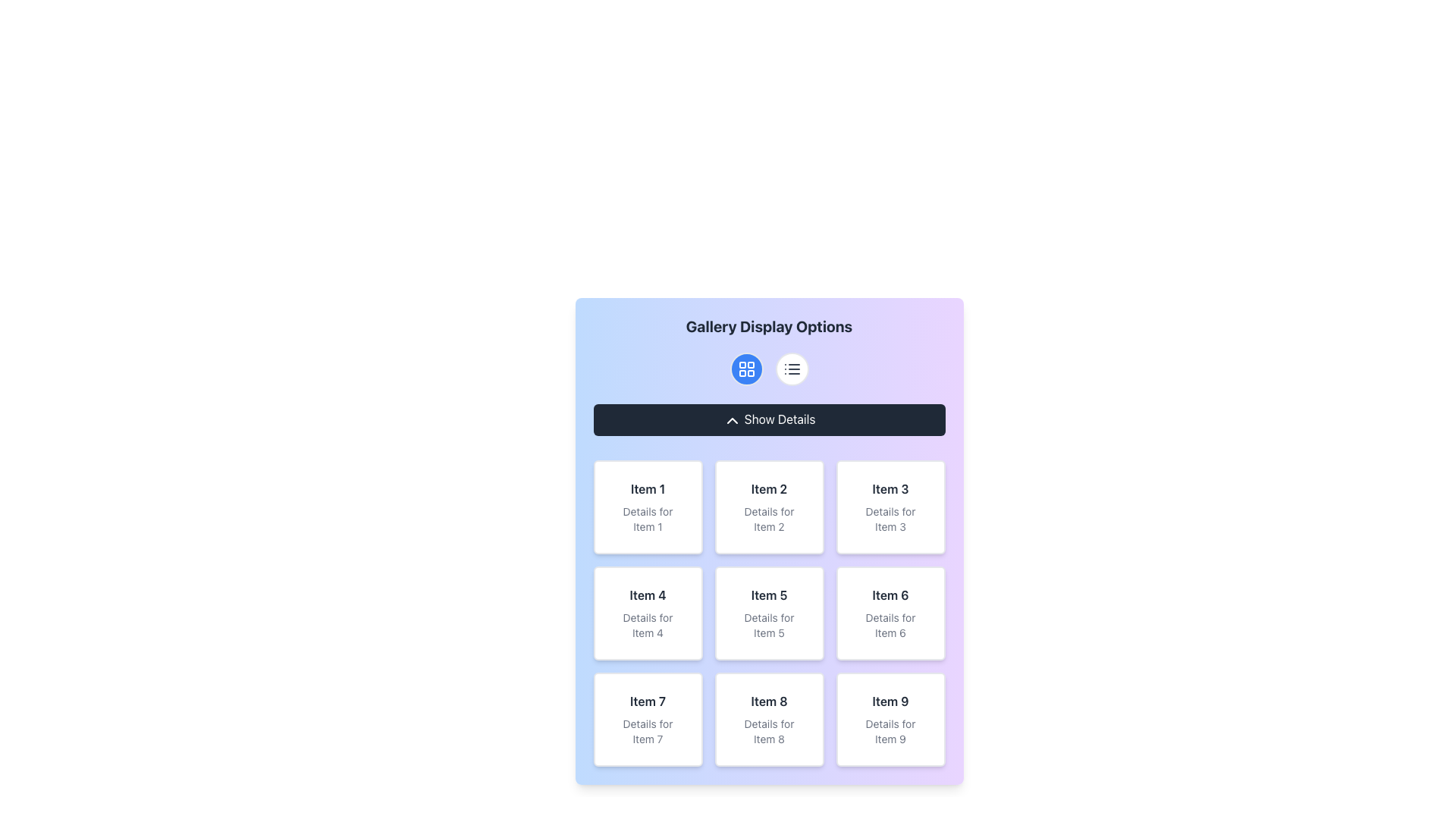  What do you see at coordinates (648, 730) in the screenshot?
I see `the text label 'Details for Item 7' located at the bottom of the card for 'Item 7' in the third column of the third row` at bounding box center [648, 730].